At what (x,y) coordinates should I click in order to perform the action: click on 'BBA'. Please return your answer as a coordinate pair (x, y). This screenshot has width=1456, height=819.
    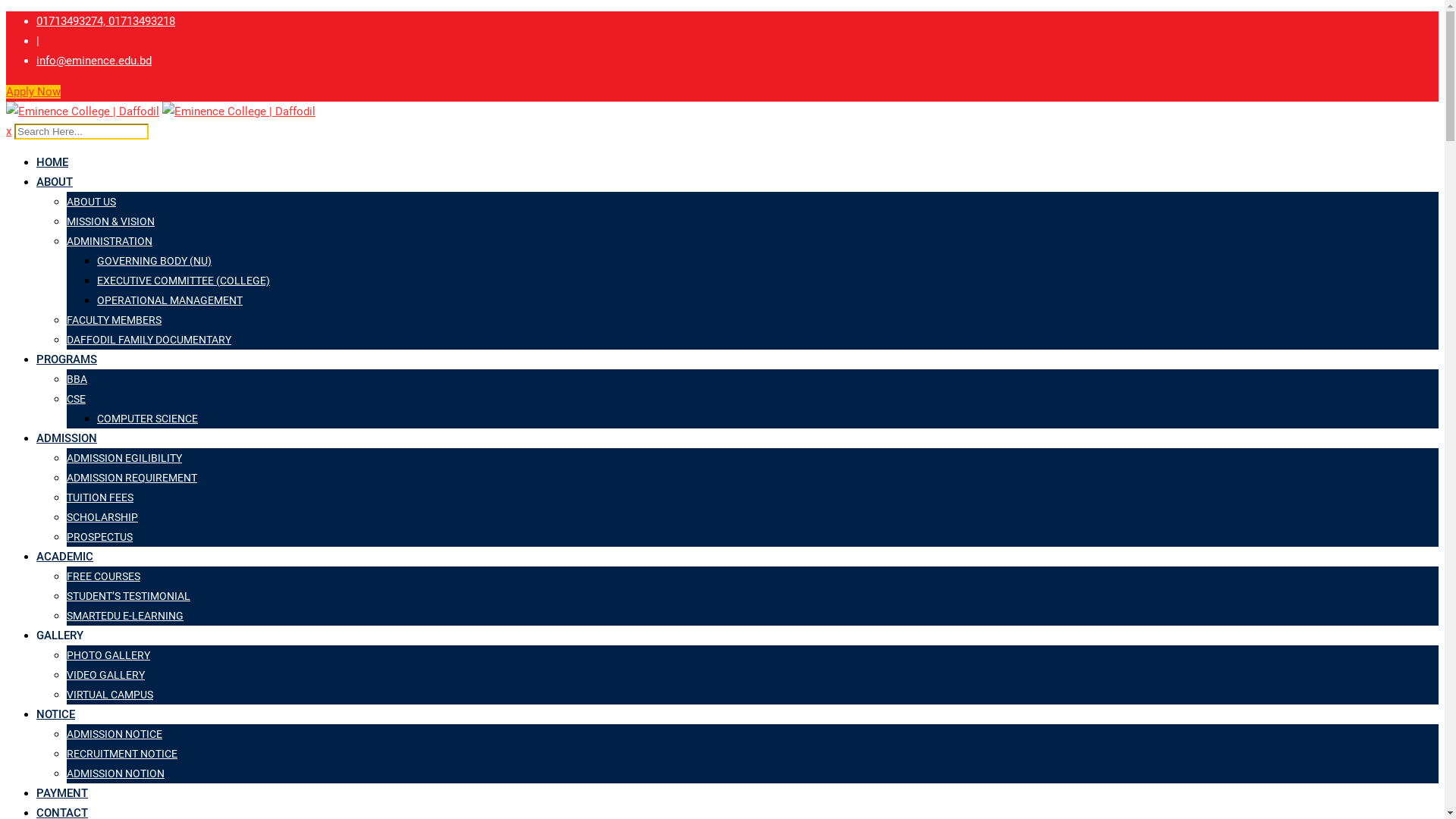
    Looking at the image, I should click on (76, 378).